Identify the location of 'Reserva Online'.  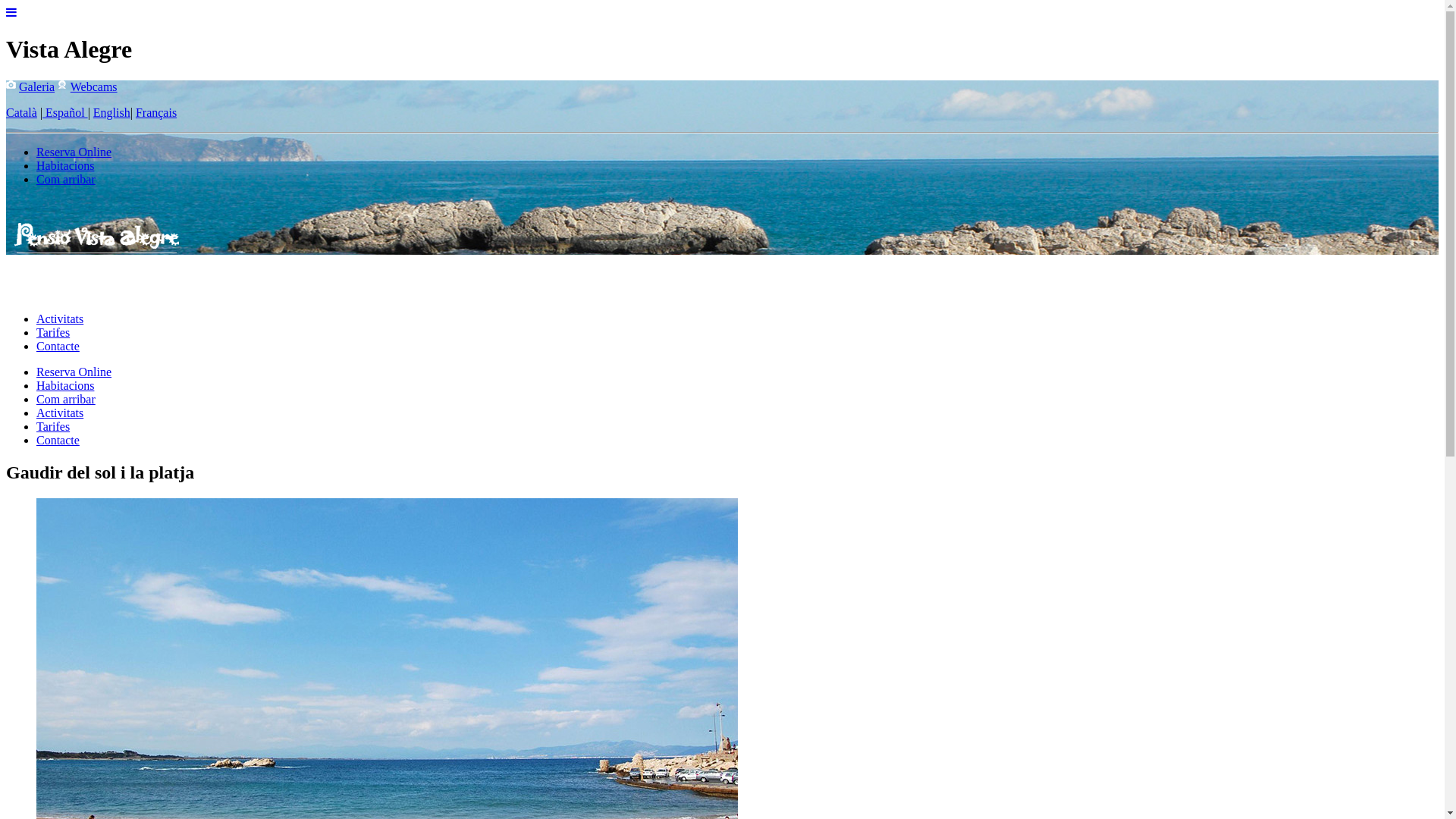
(36, 152).